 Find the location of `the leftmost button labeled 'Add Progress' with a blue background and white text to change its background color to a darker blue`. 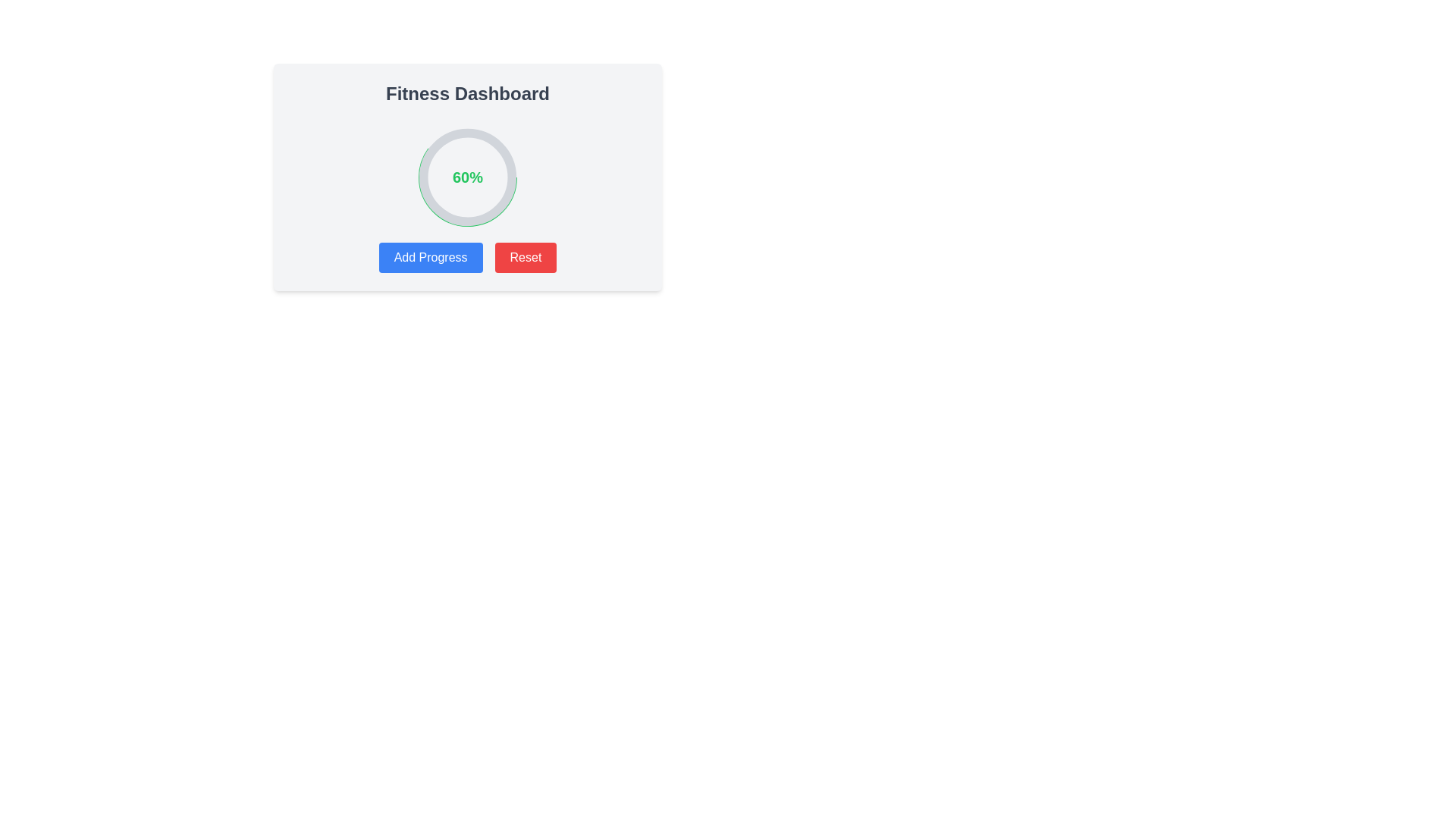

the leftmost button labeled 'Add Progress' with a blue background and white text to change its background color to a darker blue is located at coordinates (430, 256).